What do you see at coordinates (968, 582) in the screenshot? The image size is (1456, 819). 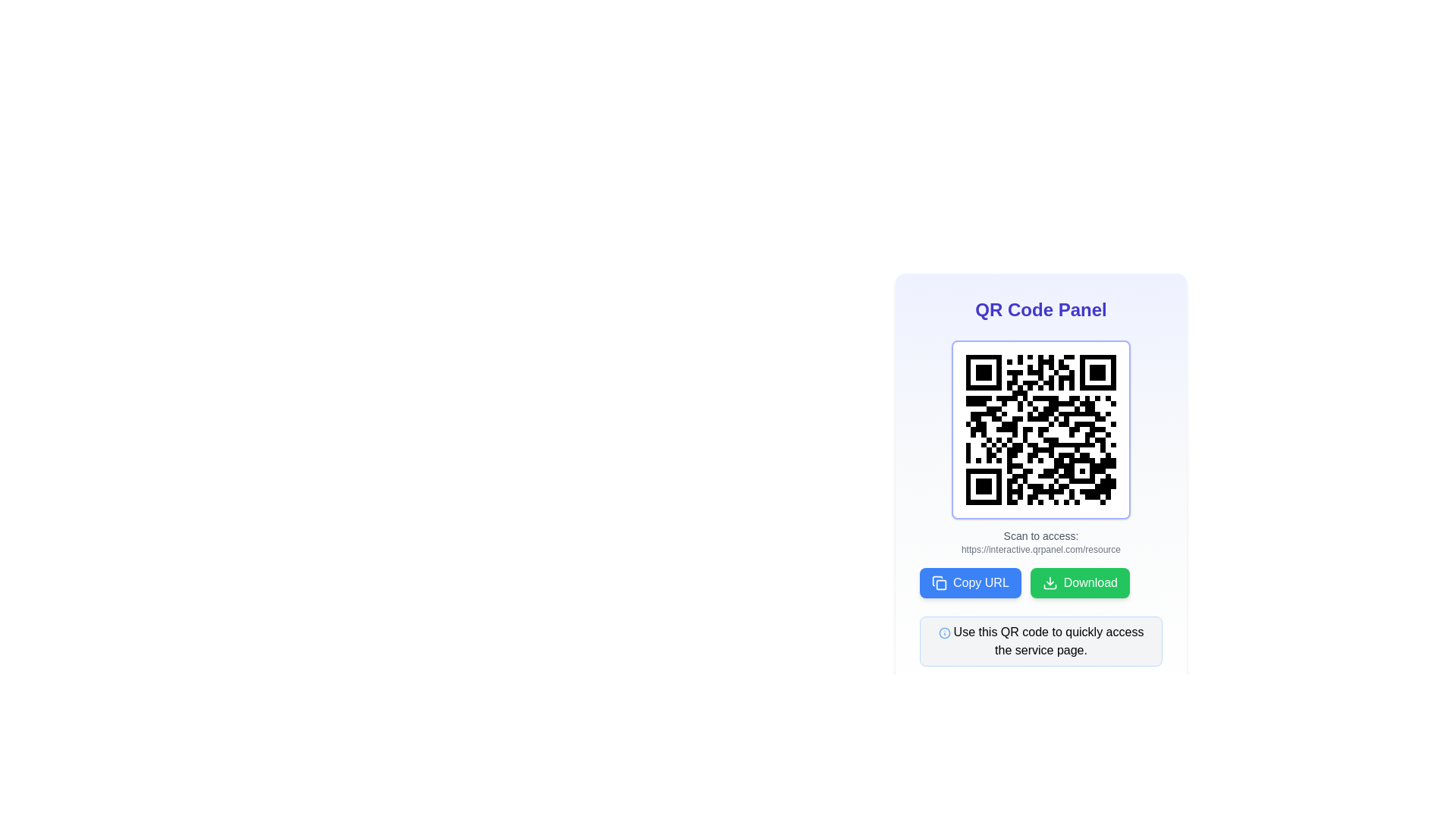 I see `the 'Copy URL' button, which is a rectangular button with a blue background and rounded corners, located beneath the QR code and URL text` at bounding box center [968, 582].